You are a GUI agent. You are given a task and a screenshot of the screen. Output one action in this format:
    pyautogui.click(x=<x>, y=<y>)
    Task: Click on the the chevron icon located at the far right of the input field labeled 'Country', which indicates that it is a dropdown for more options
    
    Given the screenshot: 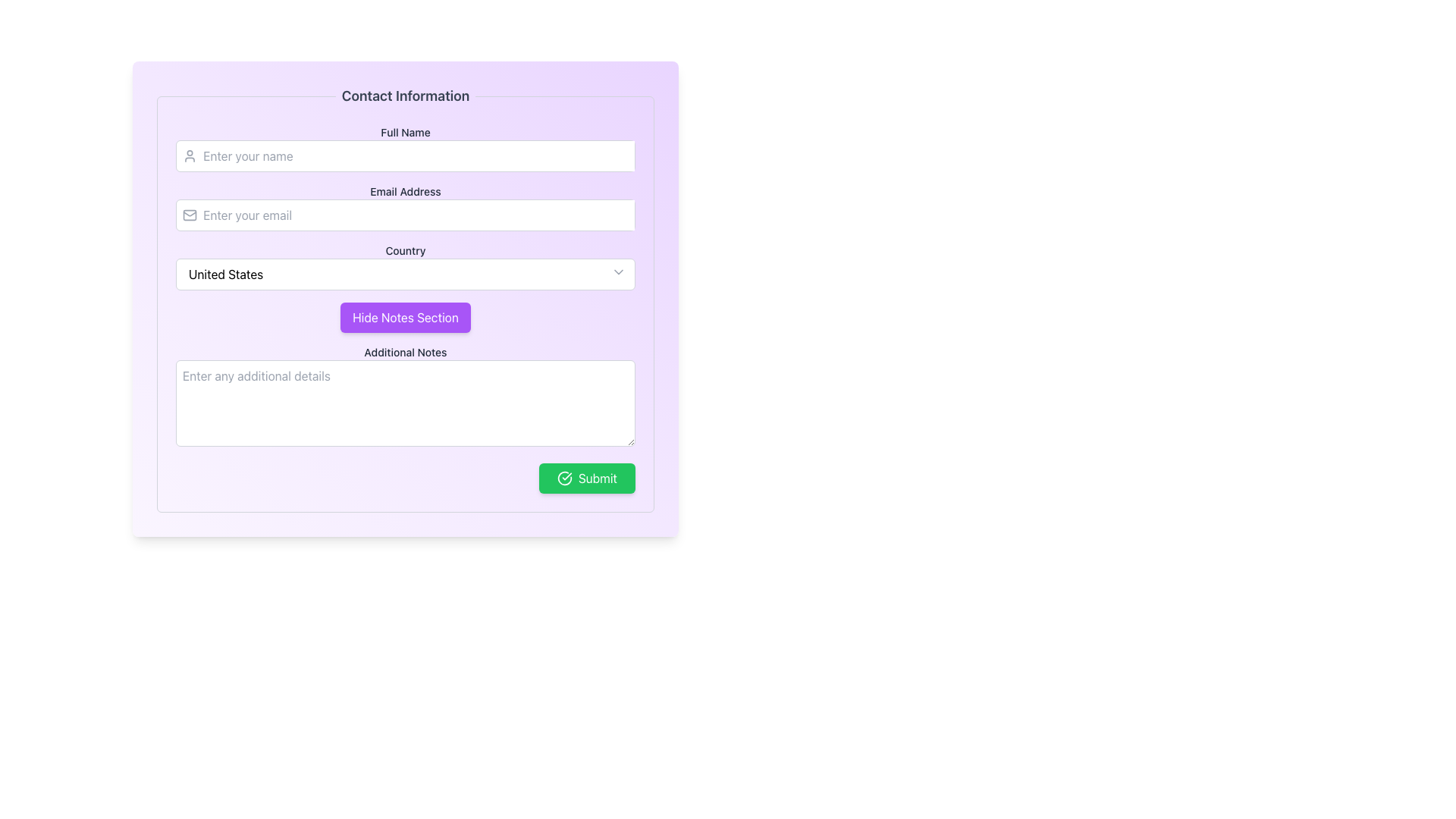 What is the action you would take?
    pyautogui.click(x=619, y=271)
    